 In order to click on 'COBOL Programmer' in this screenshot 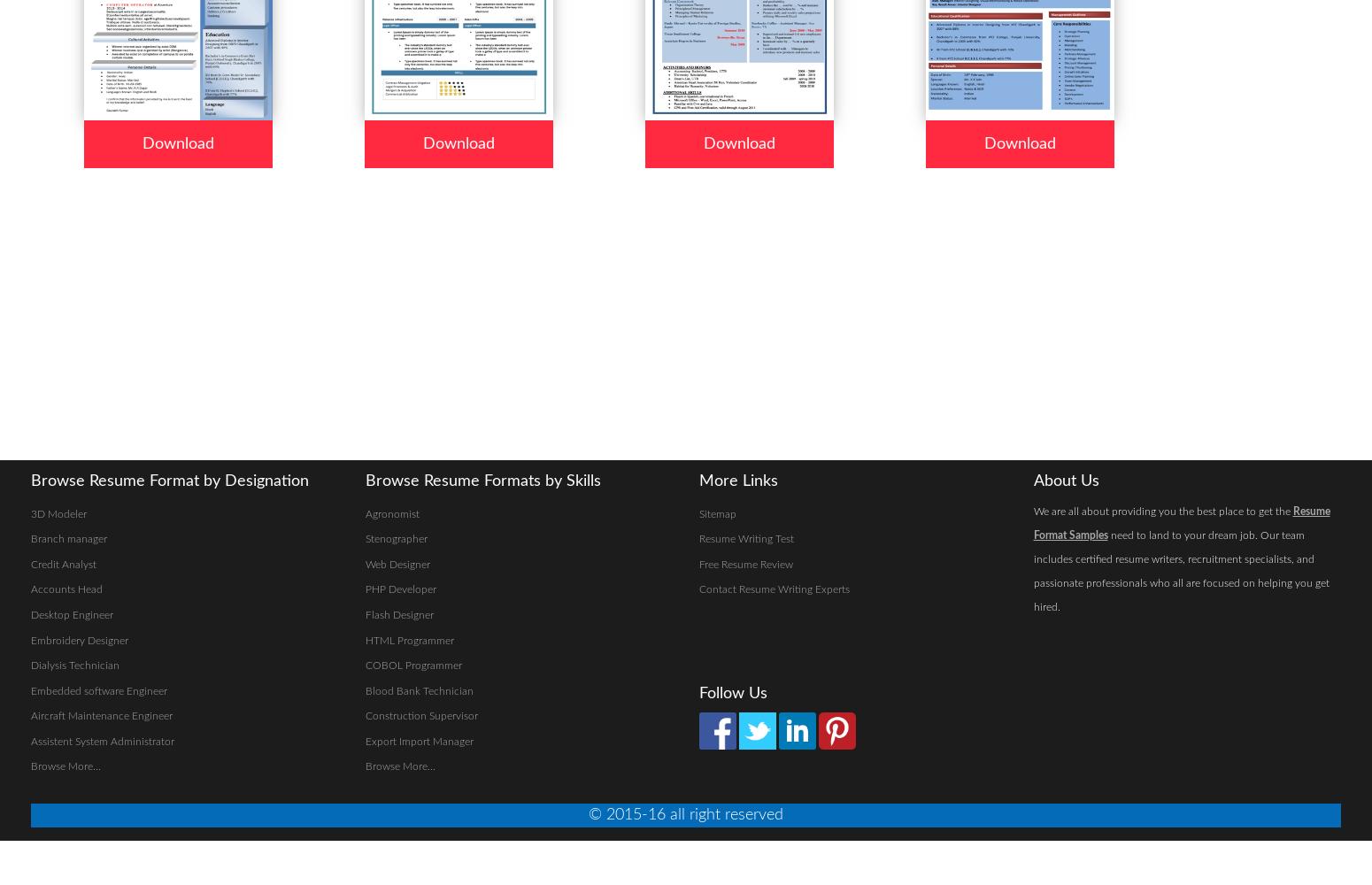, I will do `click(364, 666)`.